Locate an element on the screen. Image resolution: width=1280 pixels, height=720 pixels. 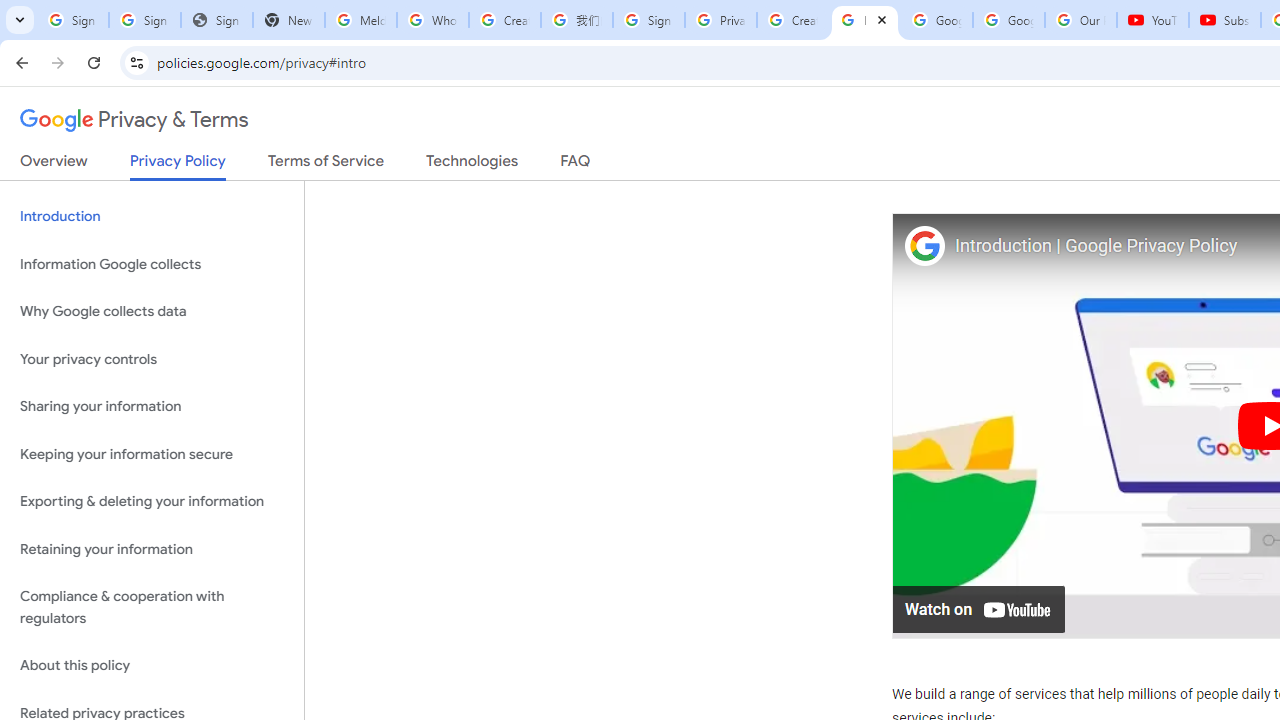
'Your privacy controls' is located at coordinates (151, 358).